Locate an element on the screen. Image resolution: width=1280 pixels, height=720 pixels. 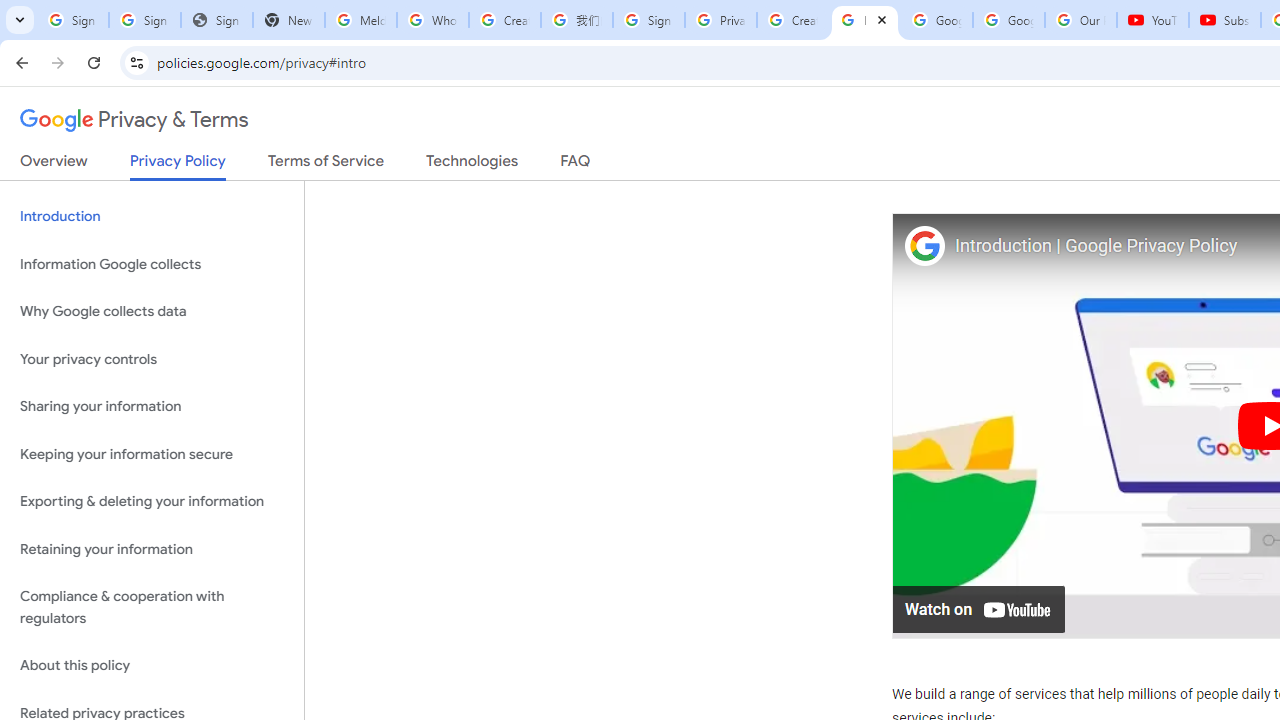
'Your privacy controls' is located at coordinates (151, 358).